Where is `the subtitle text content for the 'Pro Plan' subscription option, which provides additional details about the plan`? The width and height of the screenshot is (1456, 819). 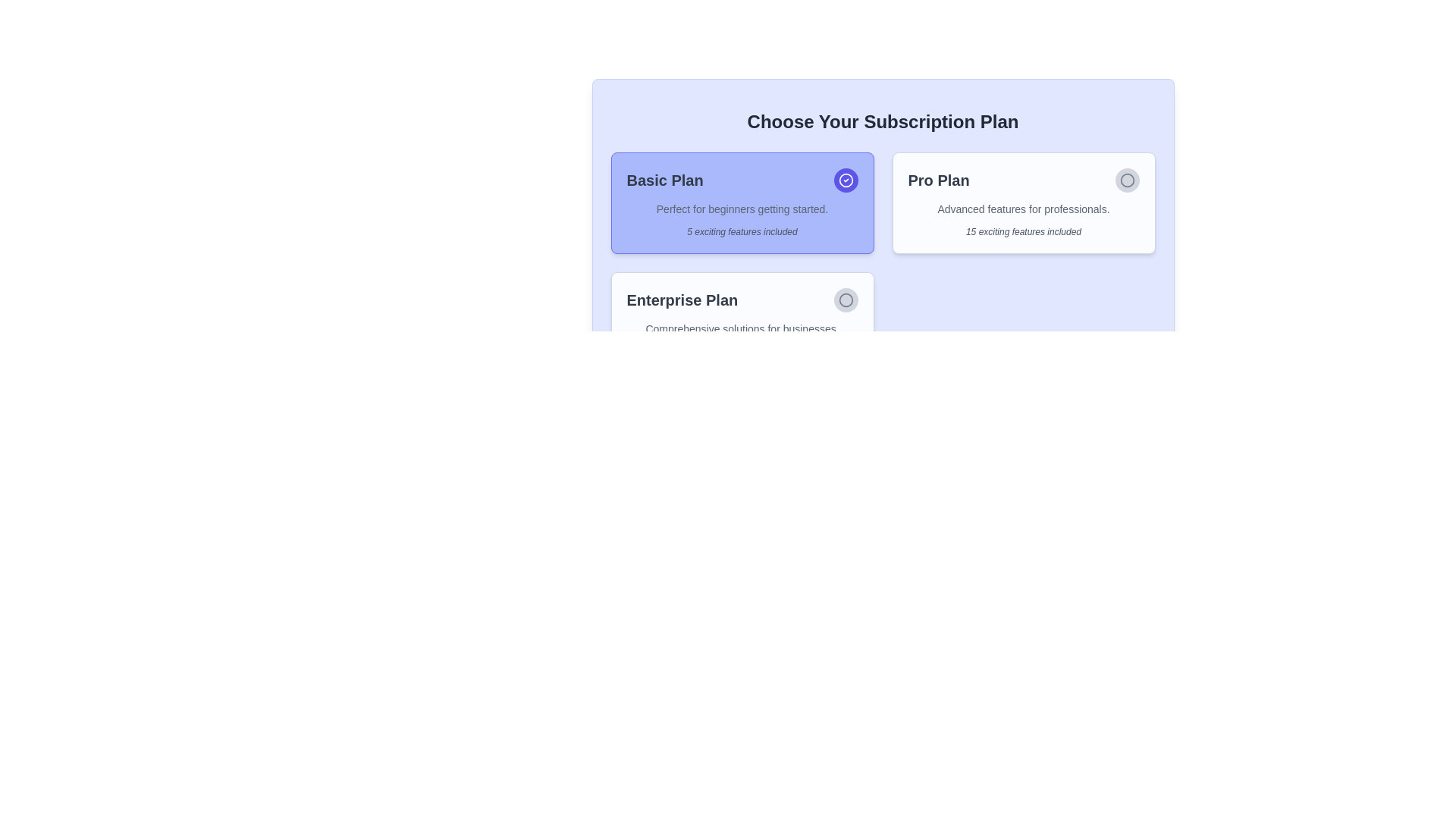
the subtitle text content for the 'Pro Plan' subscription option, which provides additional details about the plan is located at coordinates (1023, 209).